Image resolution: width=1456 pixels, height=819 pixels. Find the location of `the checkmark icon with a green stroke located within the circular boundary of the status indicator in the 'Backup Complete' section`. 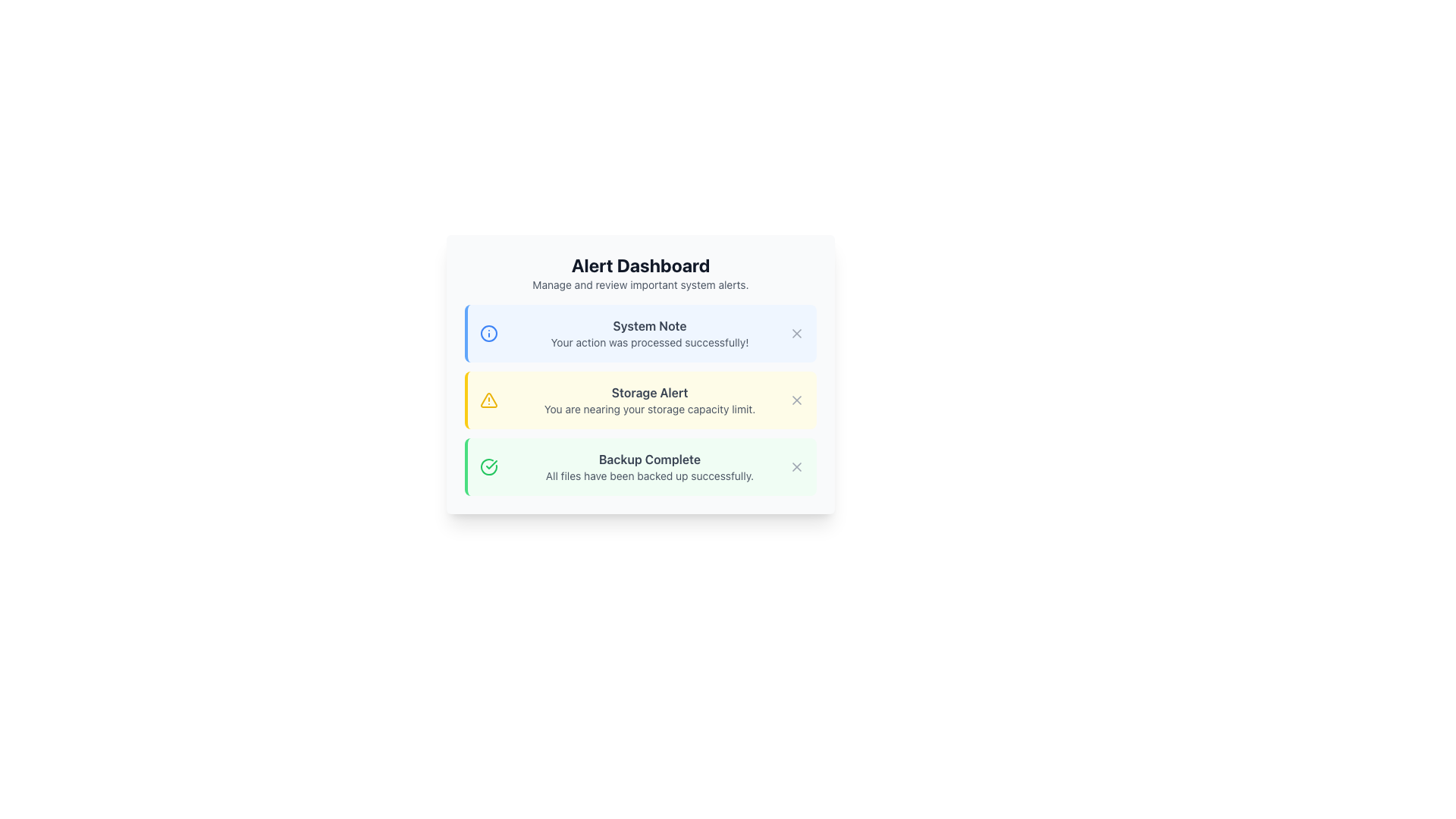

the checkmark icon with a green stroke located within the circular boundary of the status indicator in the 'Backup Complete' section is located at coordinates (491, 464).